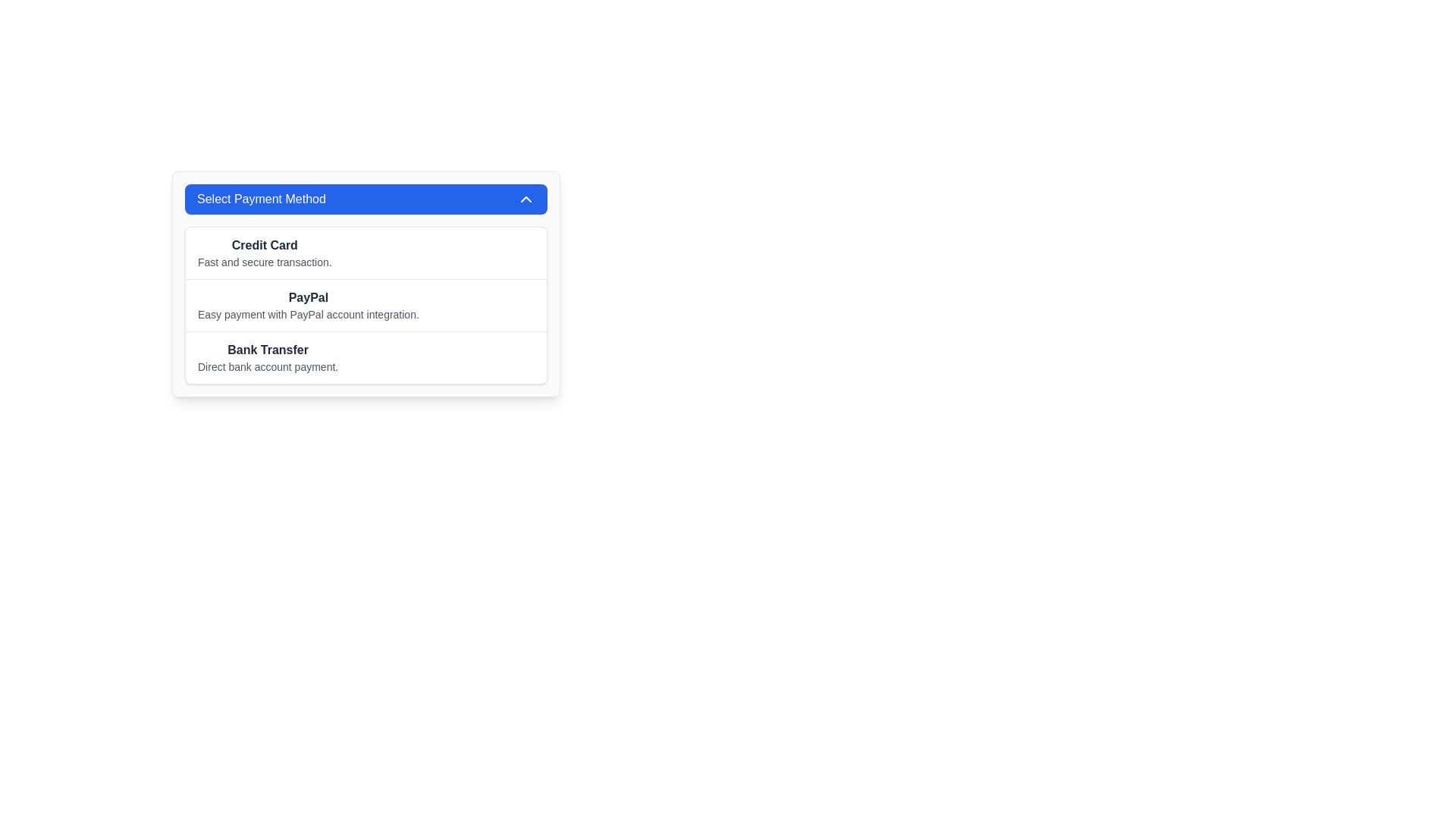 The height and width of the screenshot is (819, 1456). What do you see at coordinates (366, 356) in the screenshot?
I see `the 'Bank Transfer' option in the payment method selection list` at bounding box center [366, 356].